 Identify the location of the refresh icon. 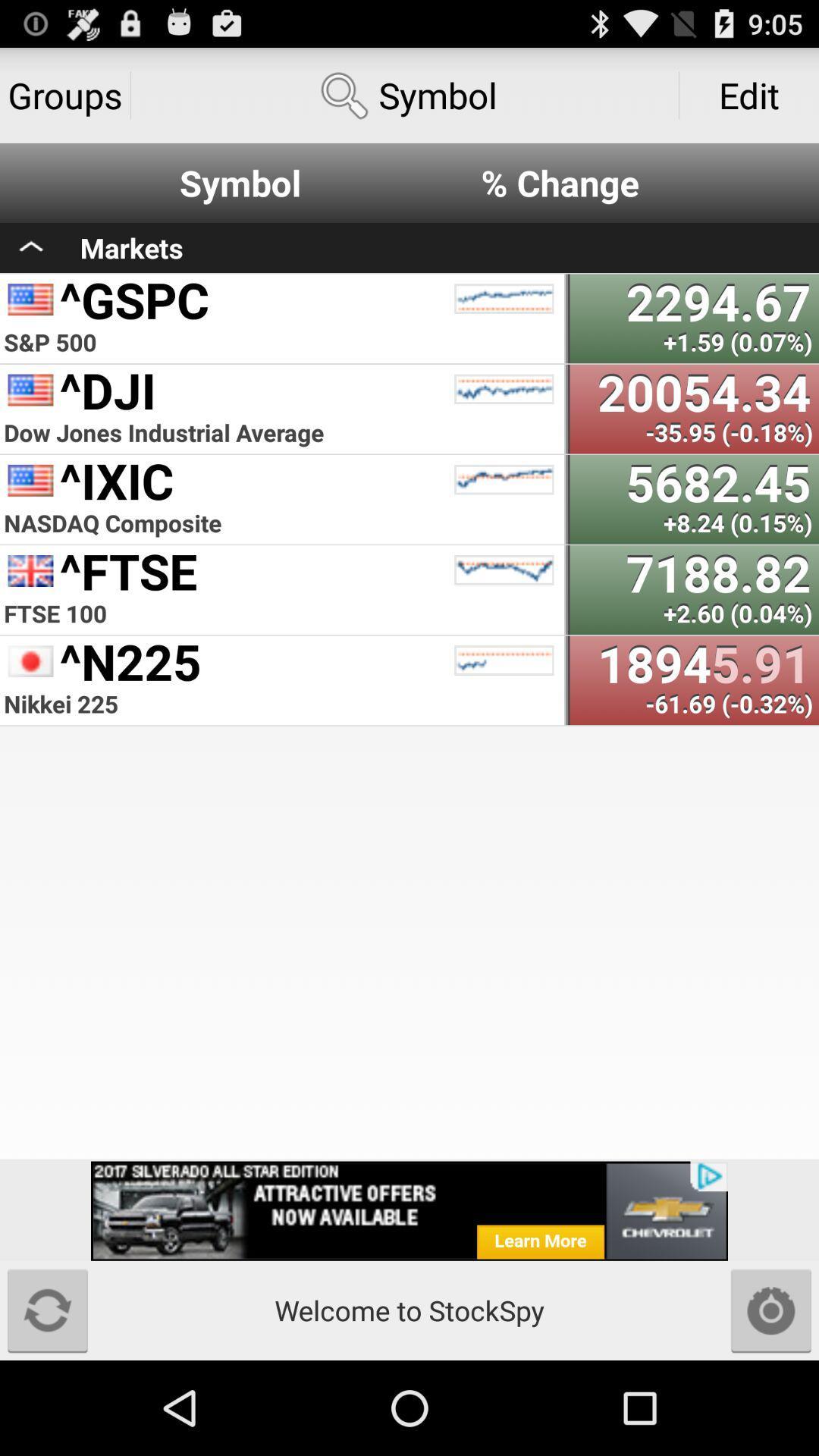
(46, 1401).